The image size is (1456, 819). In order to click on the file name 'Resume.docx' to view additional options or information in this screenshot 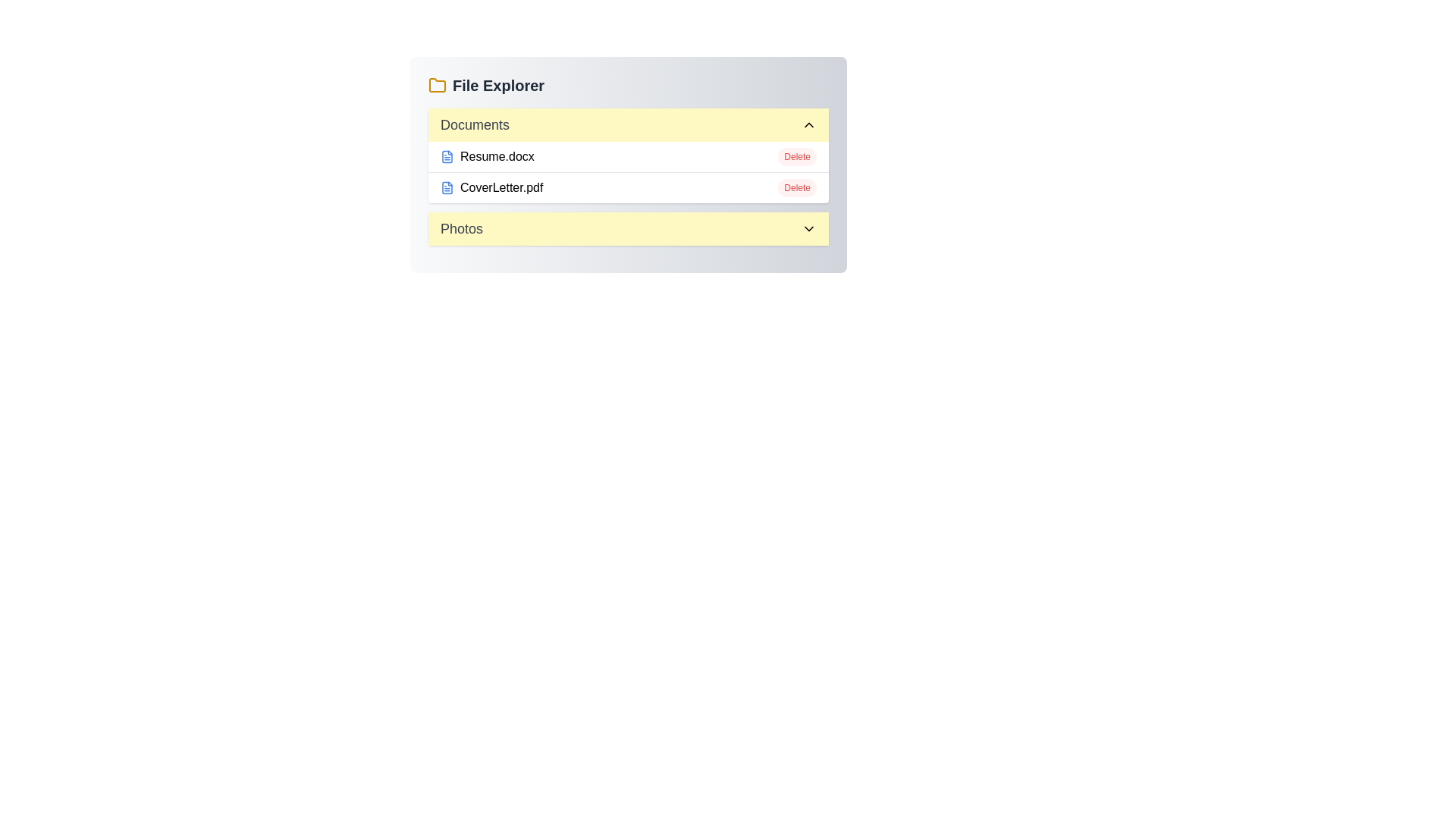, I will do `click(487, 157)`.